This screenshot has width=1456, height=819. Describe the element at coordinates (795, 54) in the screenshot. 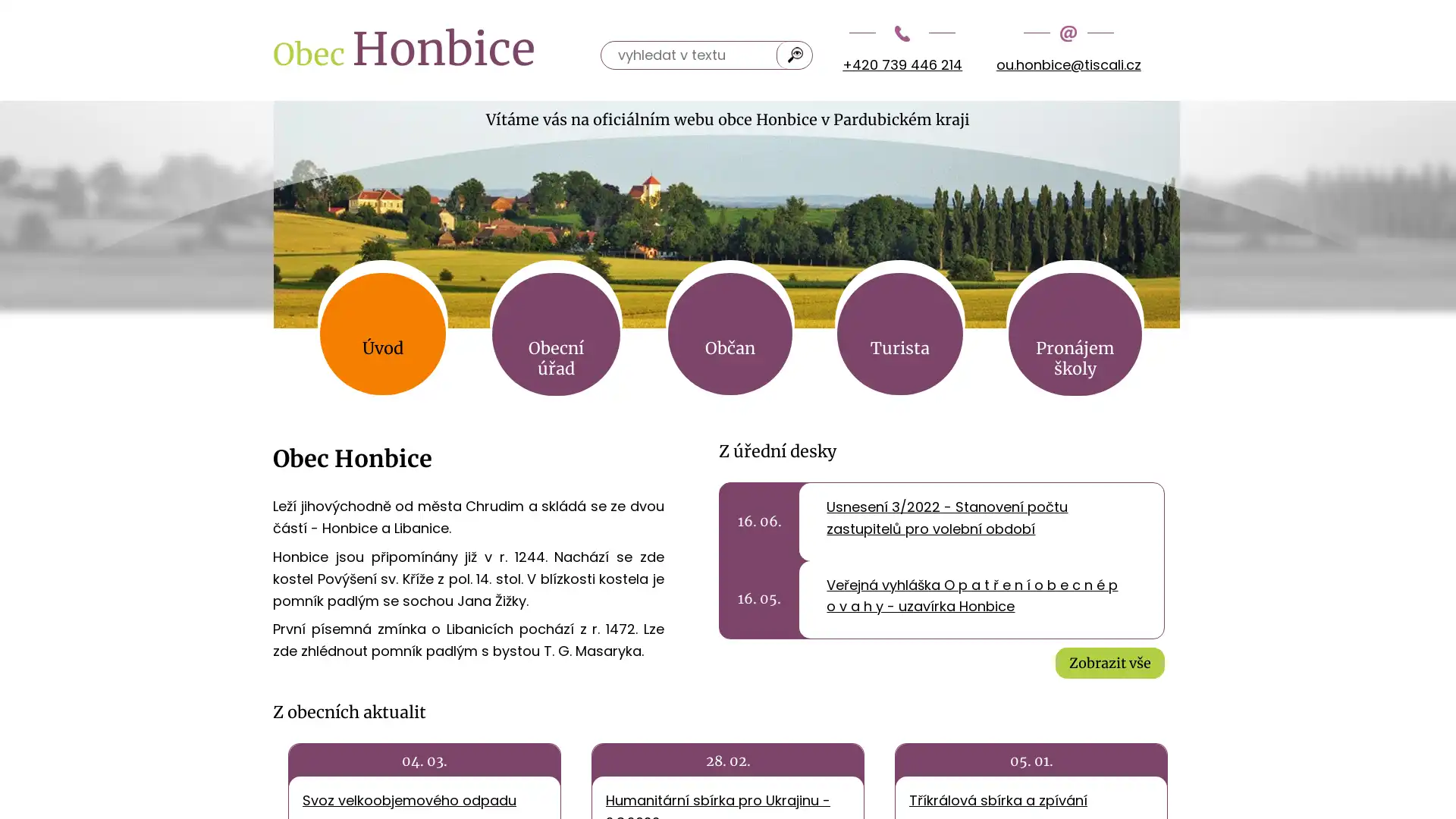

I see `Hledat` at that location.